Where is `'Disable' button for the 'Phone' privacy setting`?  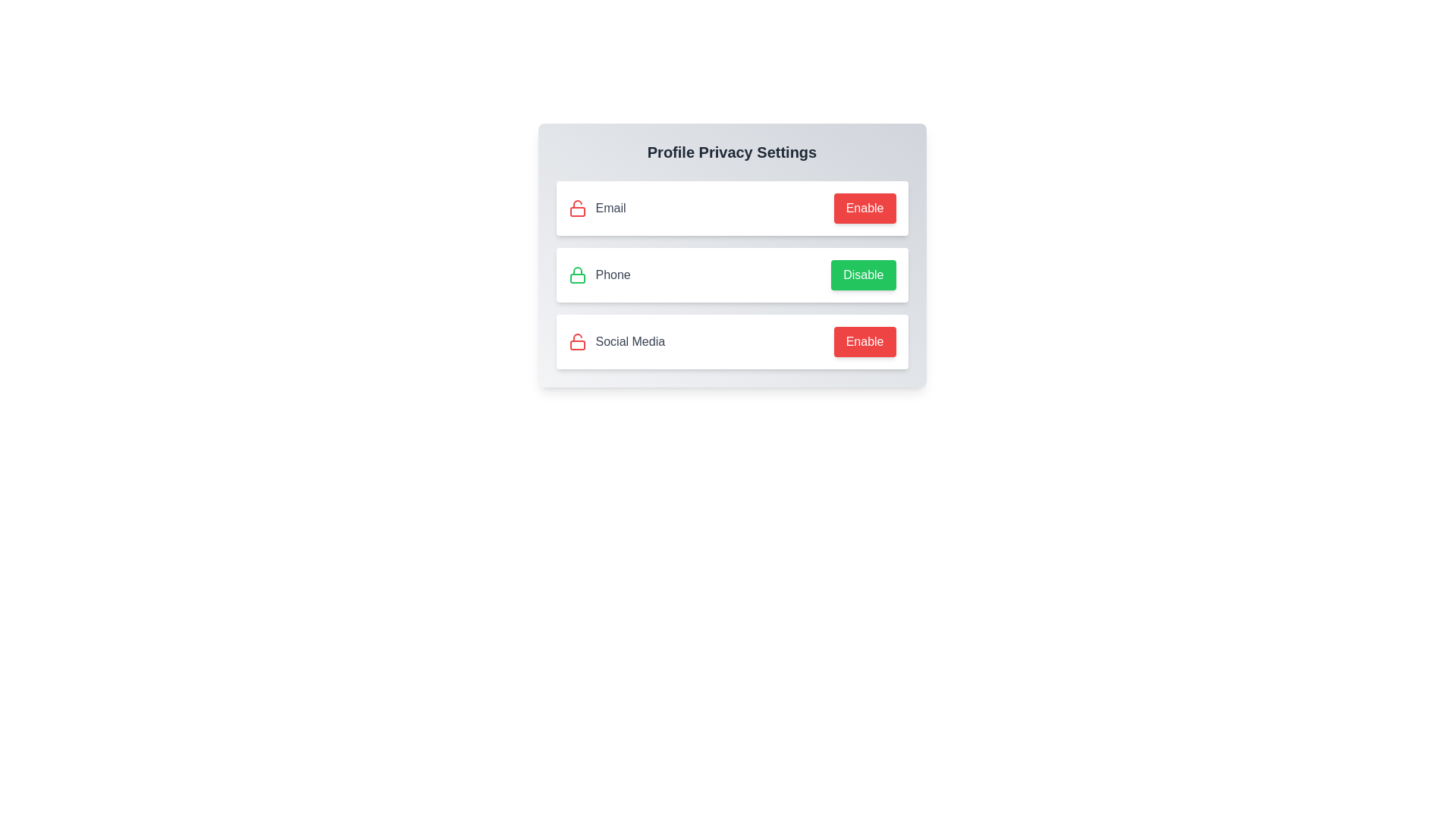
'Disable' button for the 'Phone' privacy setting is located at coordinates (863, 275).